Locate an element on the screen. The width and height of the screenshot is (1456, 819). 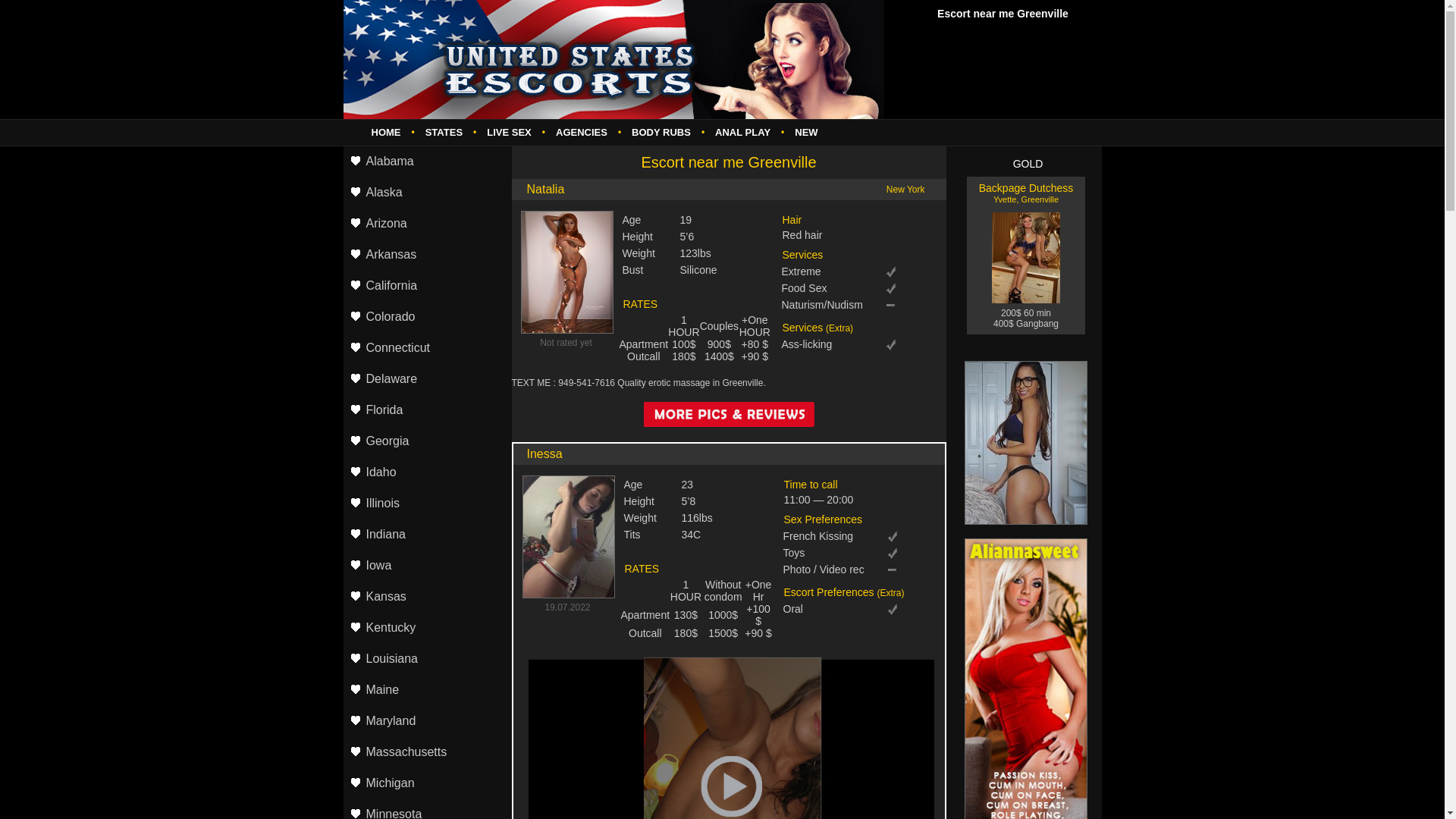
'Florida' is located at coordinates (425, 410).